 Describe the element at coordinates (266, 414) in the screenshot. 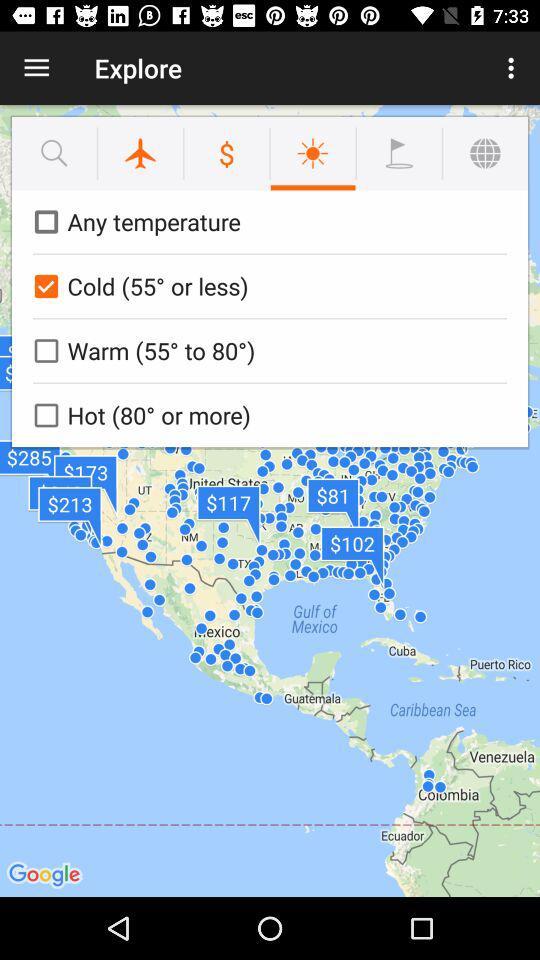

I see `the hot 80 or` at that location.